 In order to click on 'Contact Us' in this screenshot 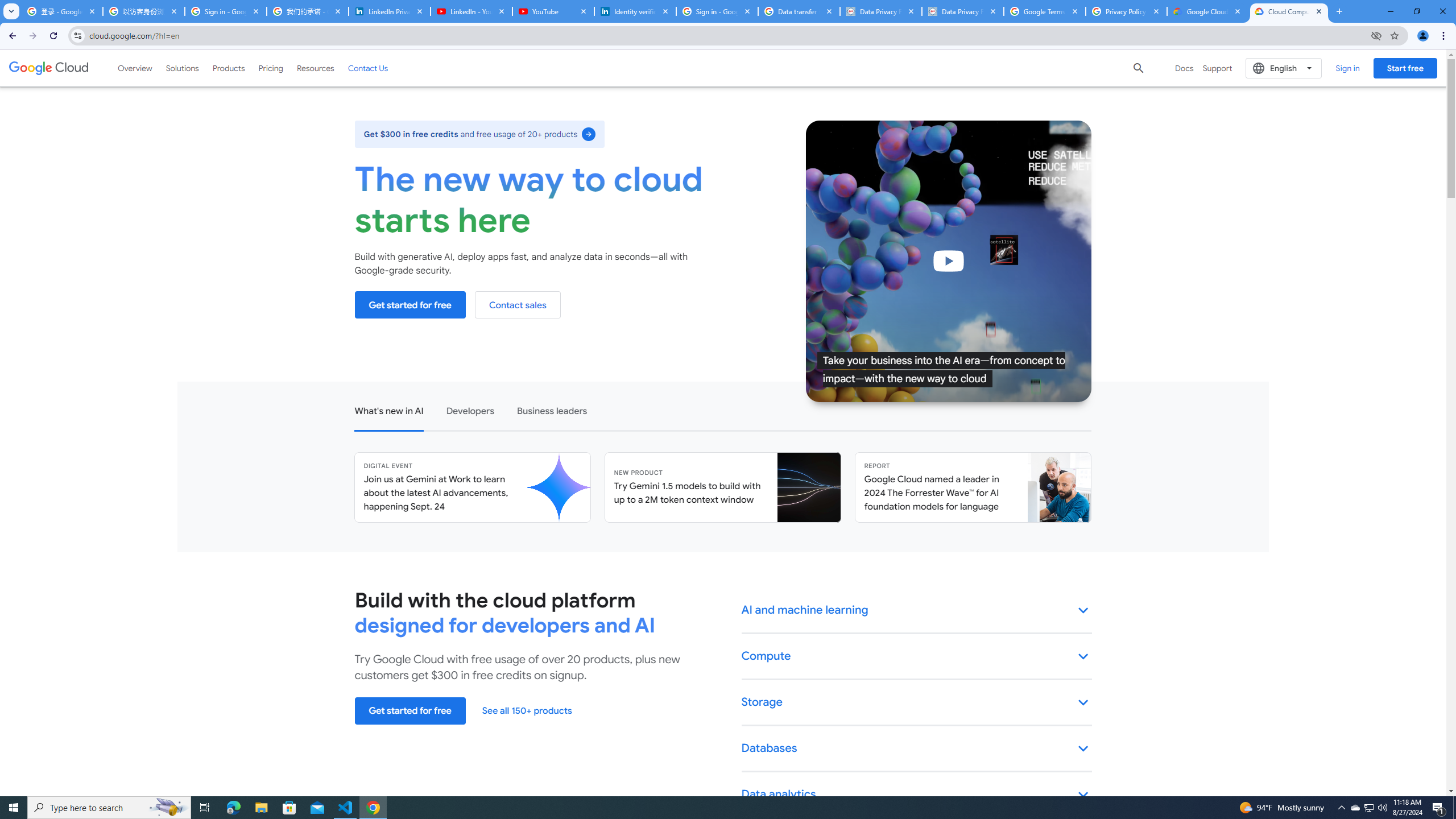, I will do `click(368, 68)`.